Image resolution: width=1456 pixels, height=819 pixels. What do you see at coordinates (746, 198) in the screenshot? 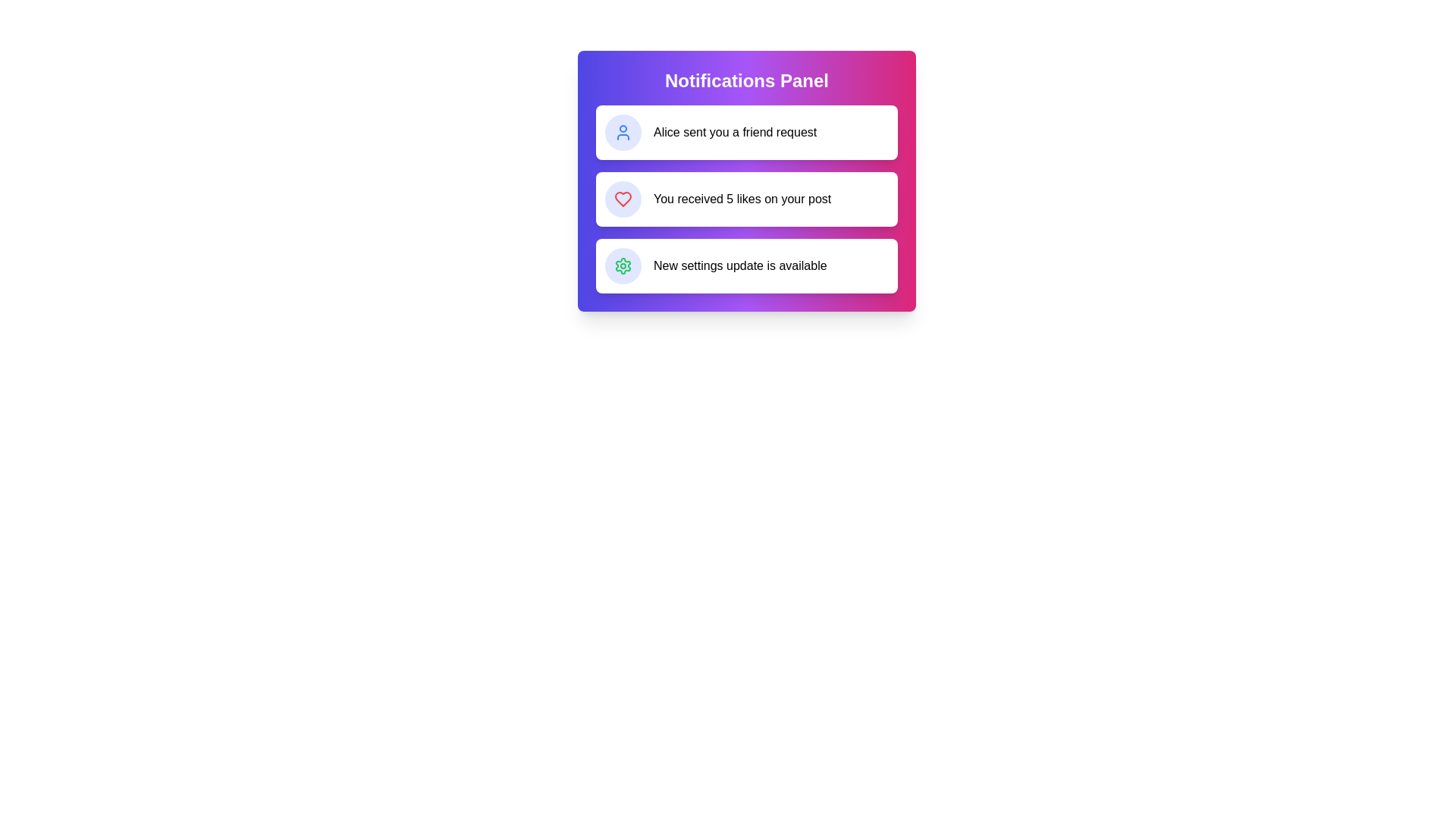
I see `second notification in the notifications panel that informs the user about receiving five likes on a post` at bounding box center [746, 198].